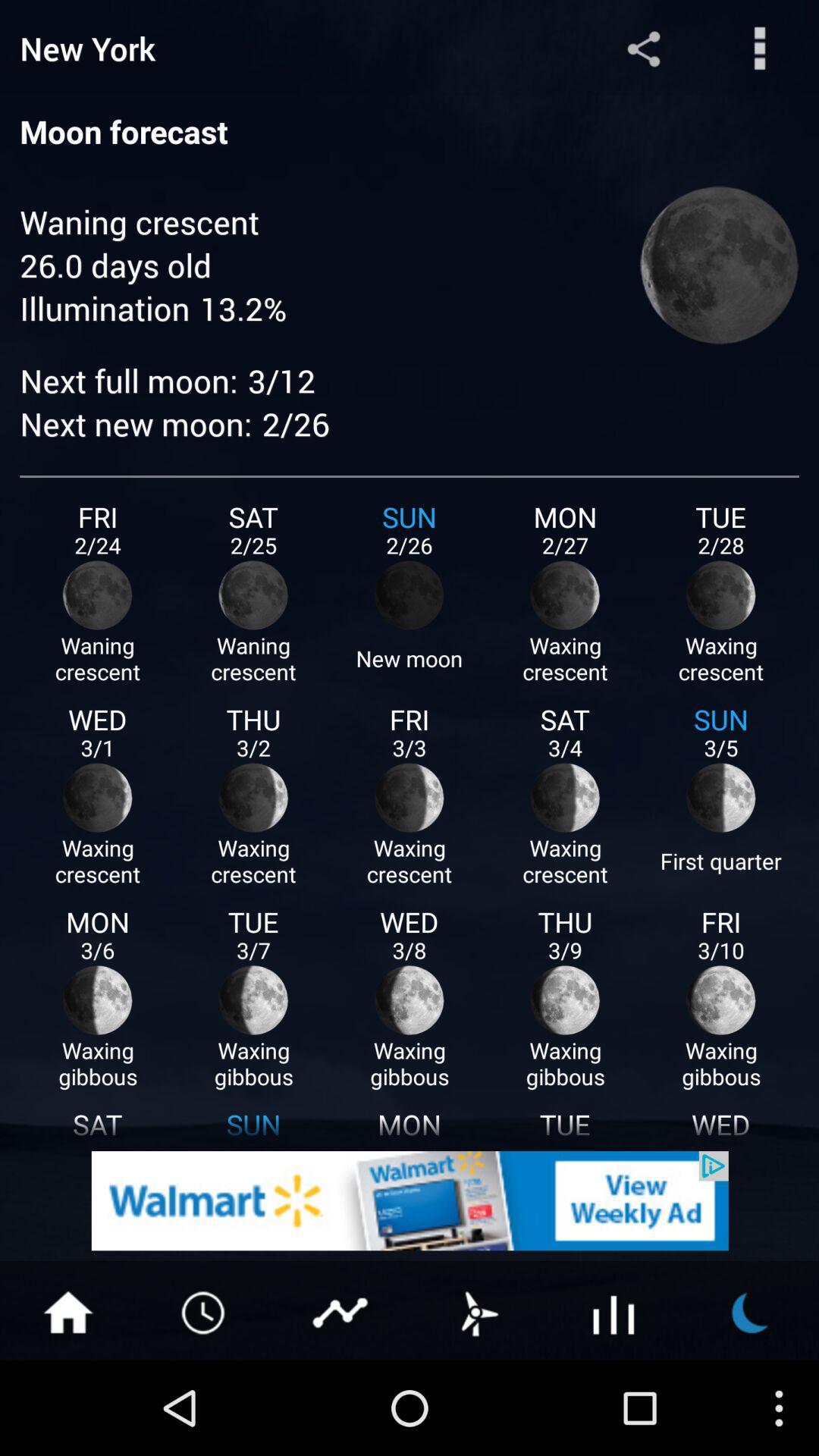 The height and width of the screenshot is (1456, 819). Describe the element at coordinates (614, 1310) in the screenshot. I see `apps` at that location.